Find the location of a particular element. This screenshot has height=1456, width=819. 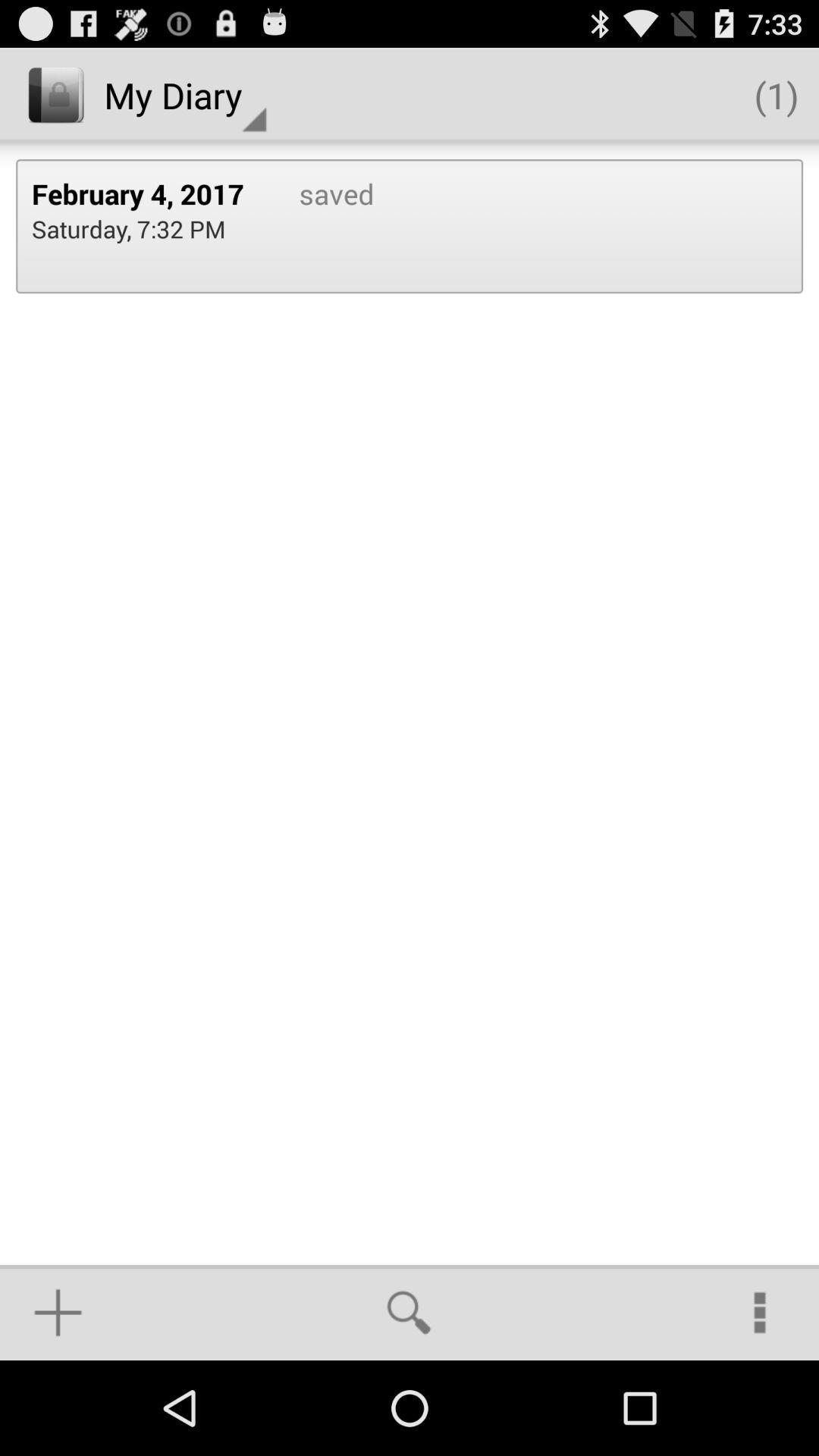

the icon next to the saved item is located at coordinates (149, 193).